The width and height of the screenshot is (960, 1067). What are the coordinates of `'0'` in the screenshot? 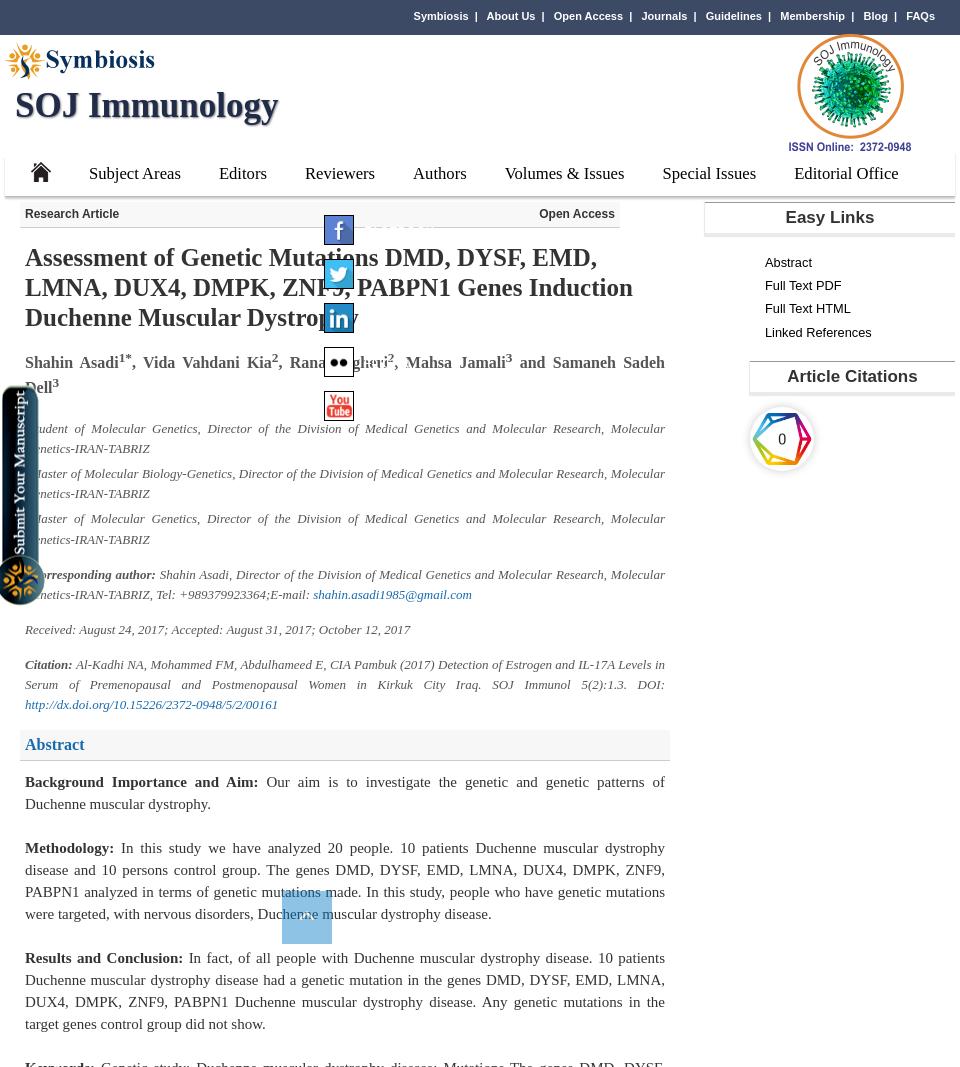 It's located at (781, 437).